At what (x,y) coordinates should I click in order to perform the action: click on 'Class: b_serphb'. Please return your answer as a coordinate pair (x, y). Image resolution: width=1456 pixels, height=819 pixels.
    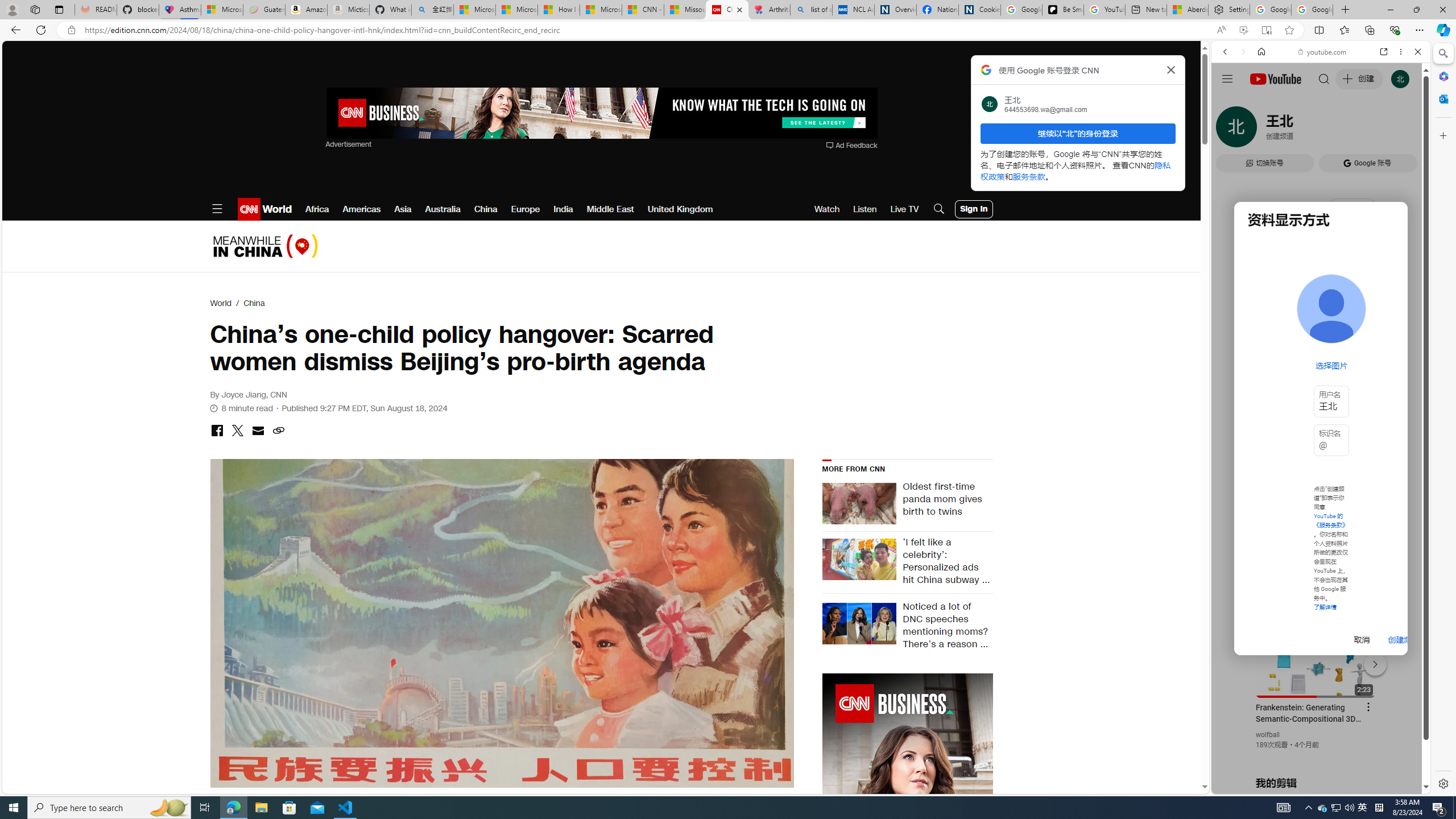
    Looking at the image, I should click on (1405, 130).